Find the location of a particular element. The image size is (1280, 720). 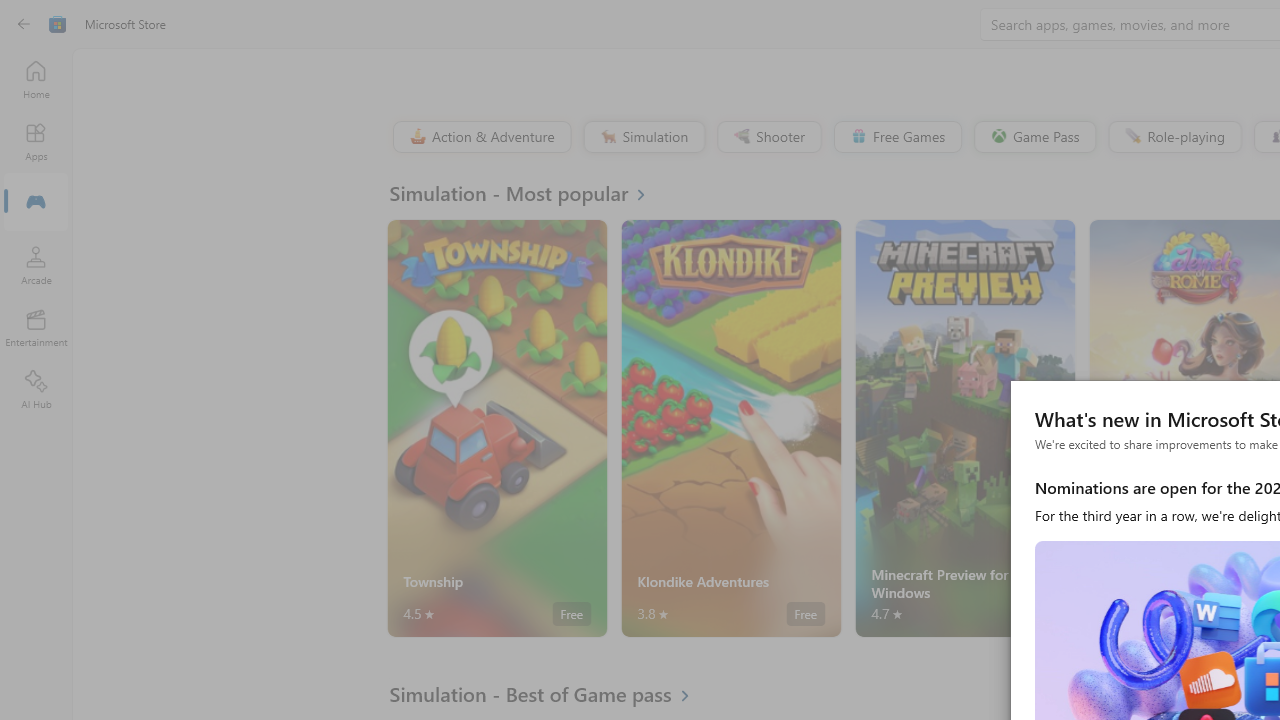

'Free Games' is located at coordinates (896, 135).